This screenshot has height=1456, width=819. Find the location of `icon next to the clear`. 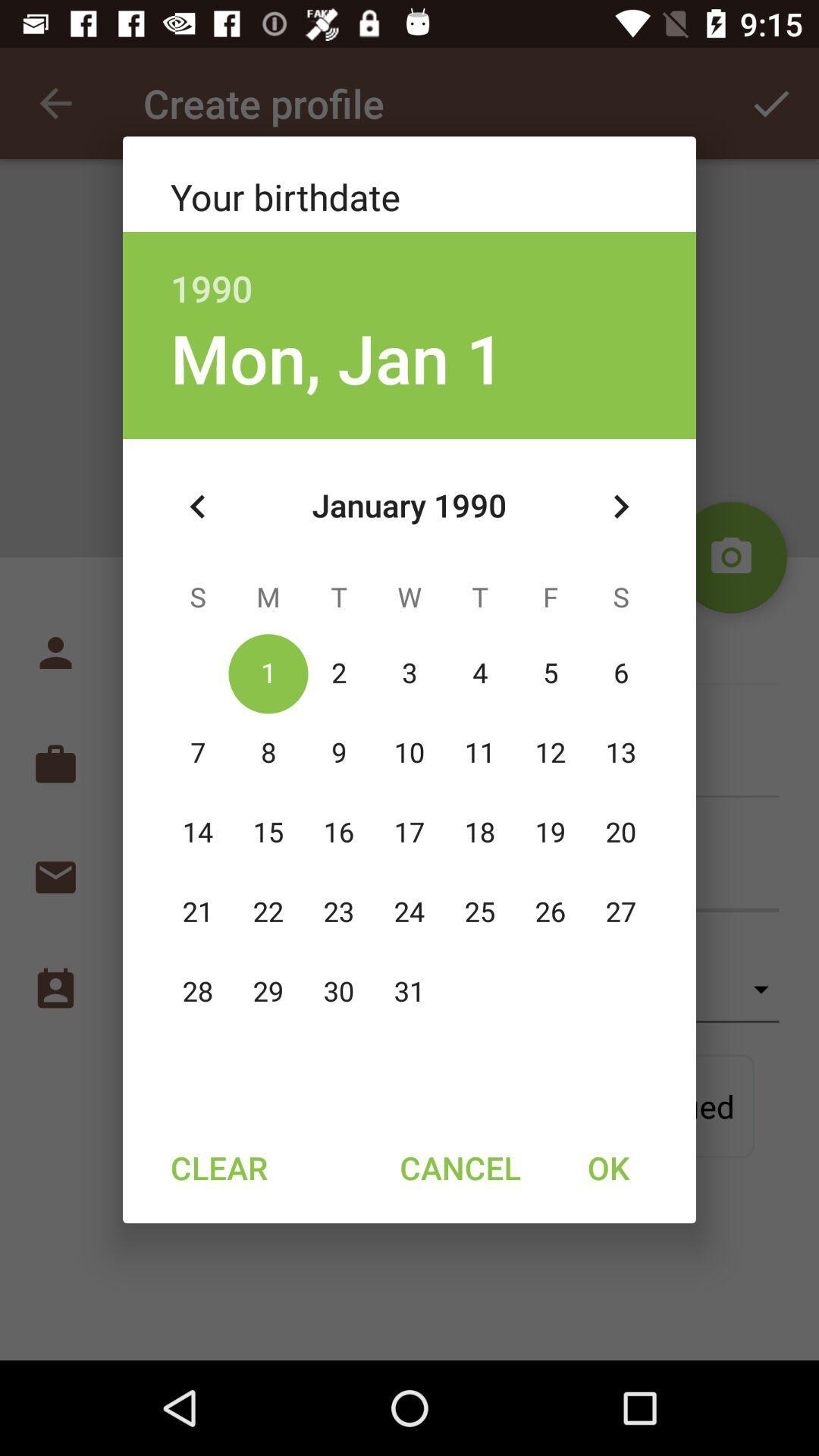

icon next to the clear is located at coordinates (460, 1166).